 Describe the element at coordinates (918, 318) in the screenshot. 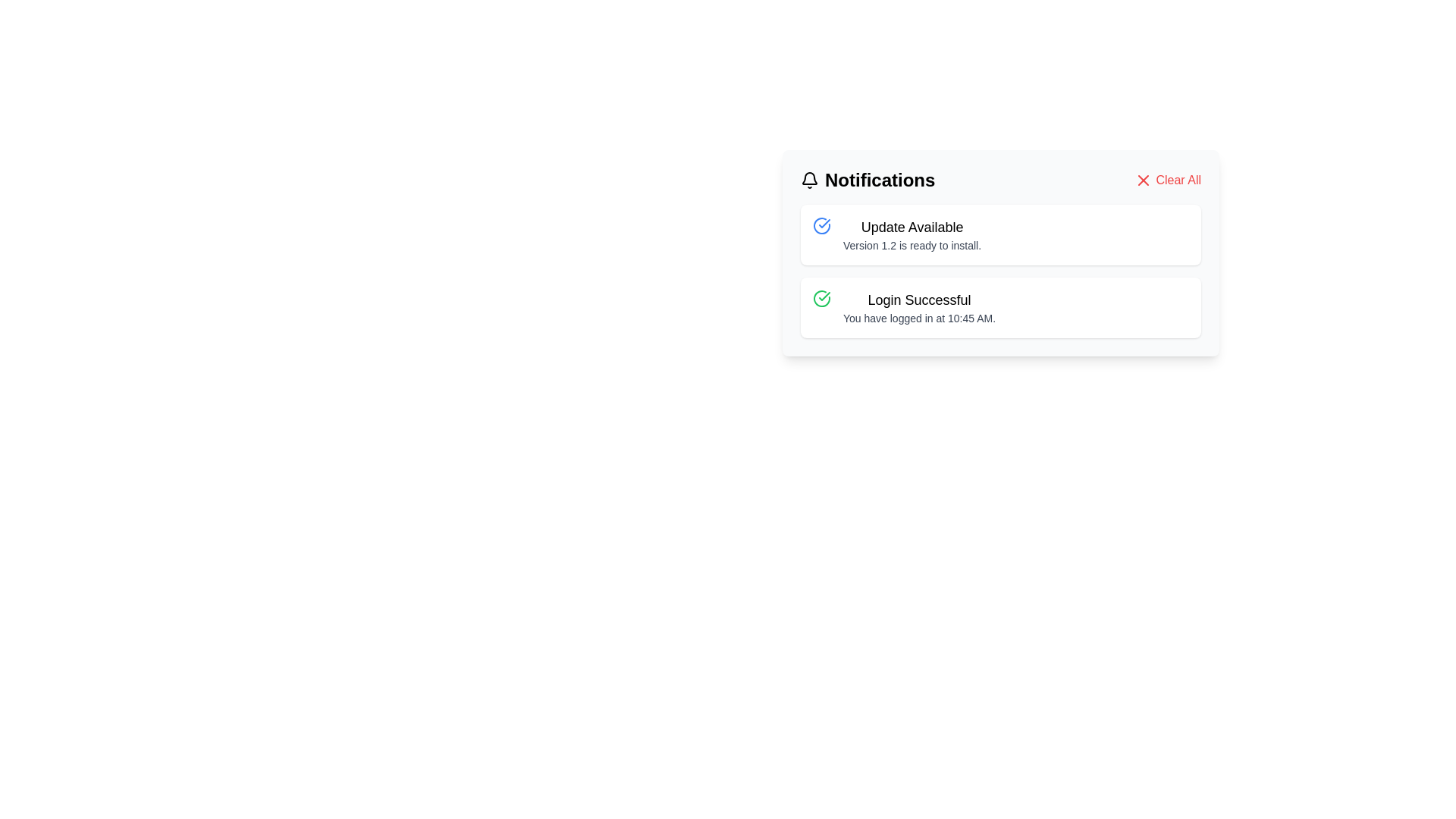

I see `the timestamp text label that indicates the user's login event, located within the notification area of the login information card` at that location.